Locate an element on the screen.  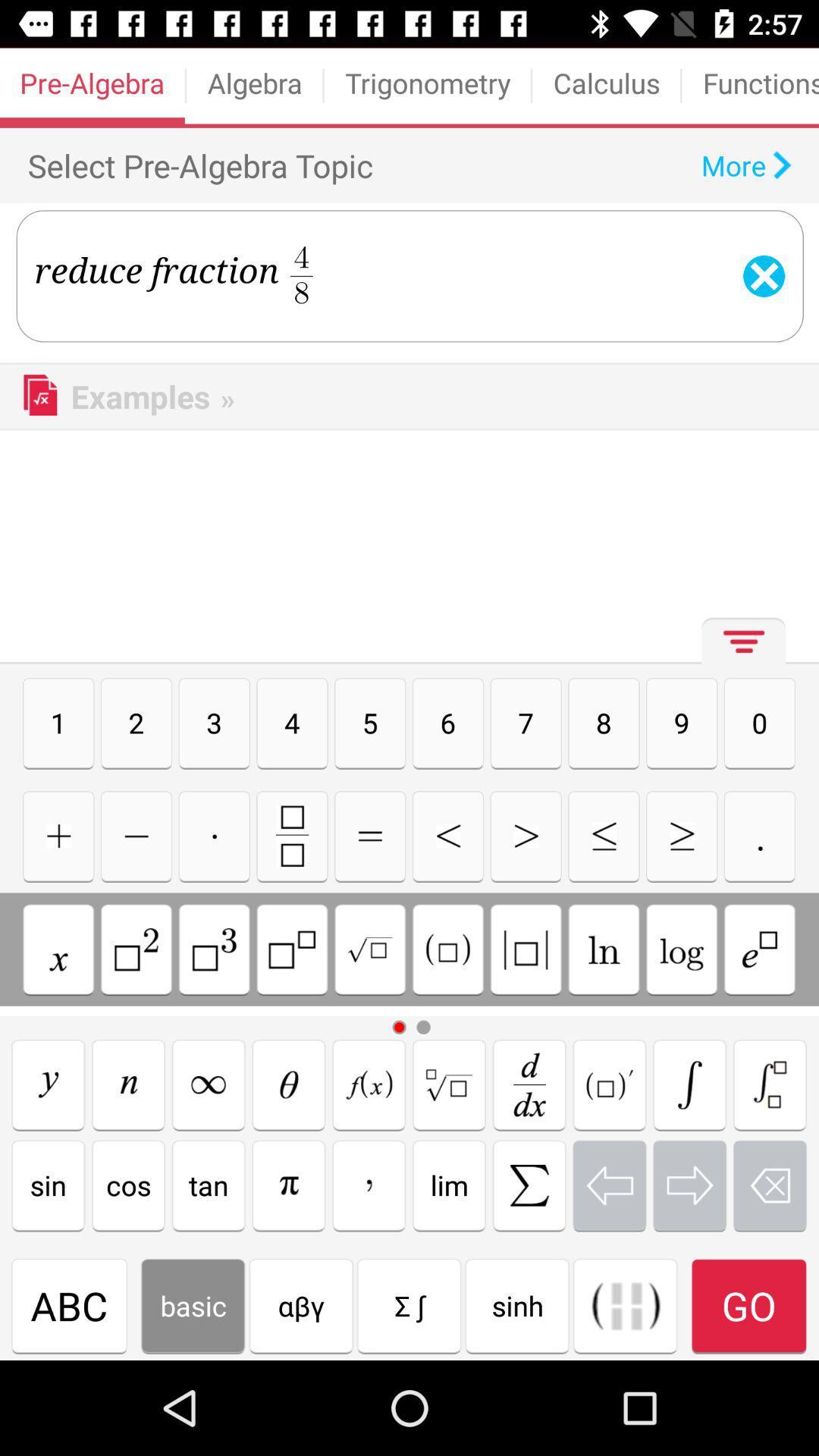
segma sign is located at coordinates (689, 1084).